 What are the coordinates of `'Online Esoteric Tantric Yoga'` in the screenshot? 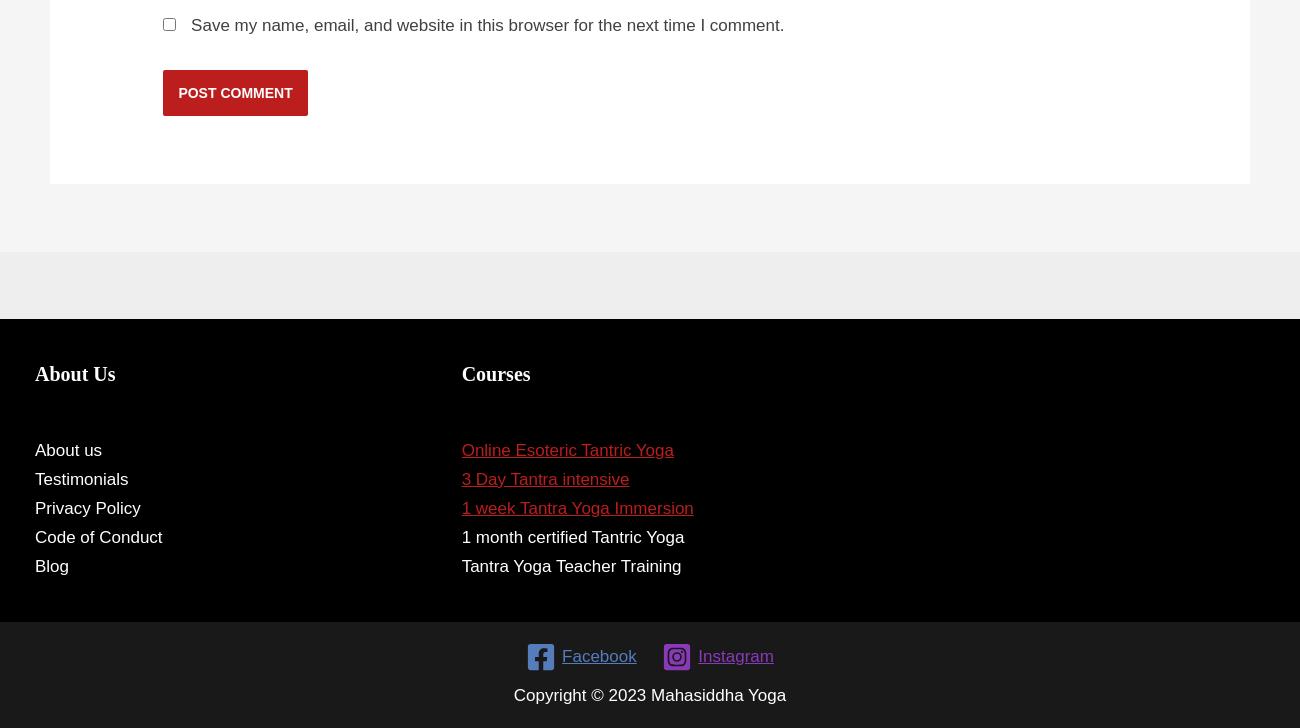 It's located at (566, 450).